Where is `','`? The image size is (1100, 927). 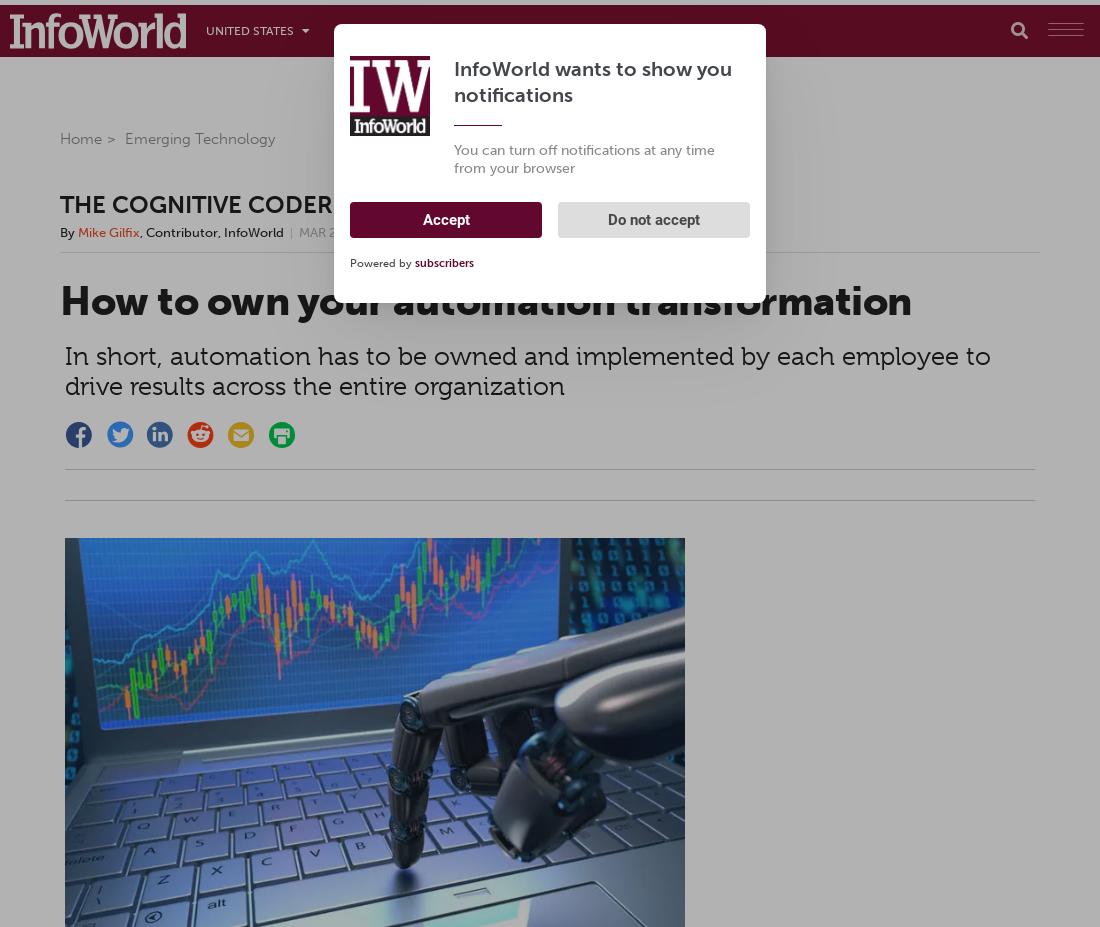 ',' is located at coordinates (142, 231).